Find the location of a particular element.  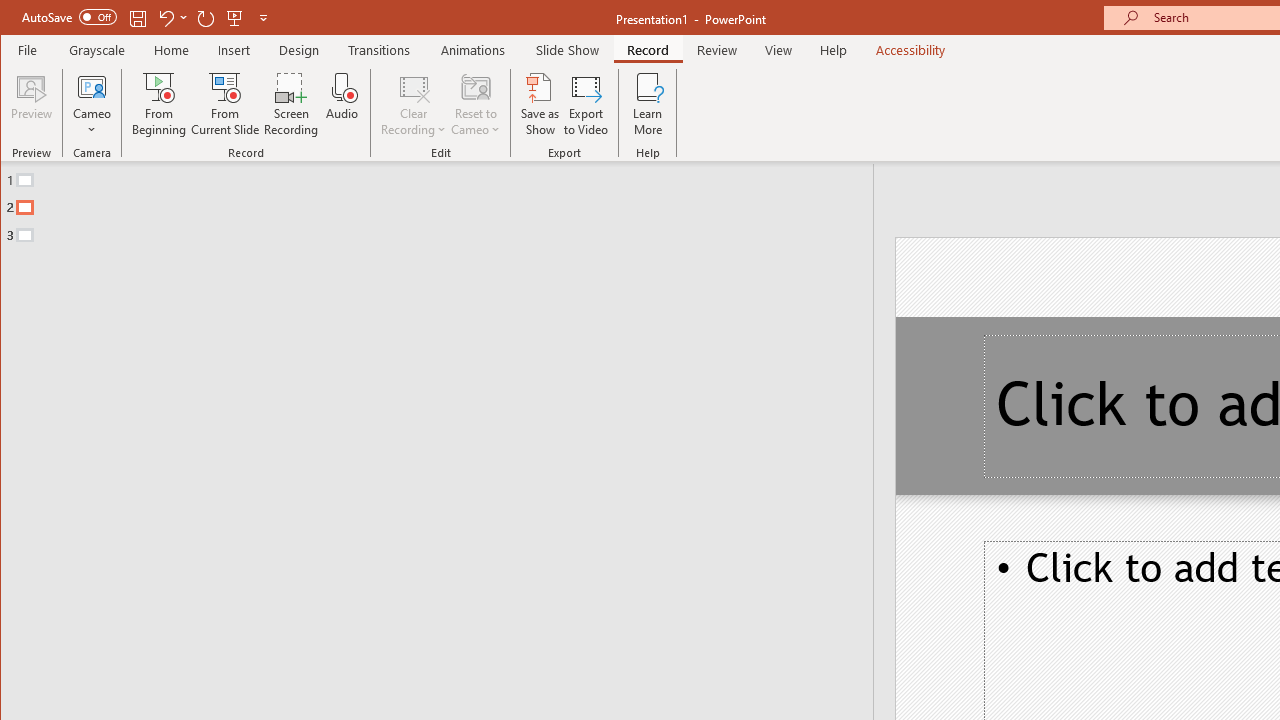

'Learn More' is located at coordinates (648, 104).